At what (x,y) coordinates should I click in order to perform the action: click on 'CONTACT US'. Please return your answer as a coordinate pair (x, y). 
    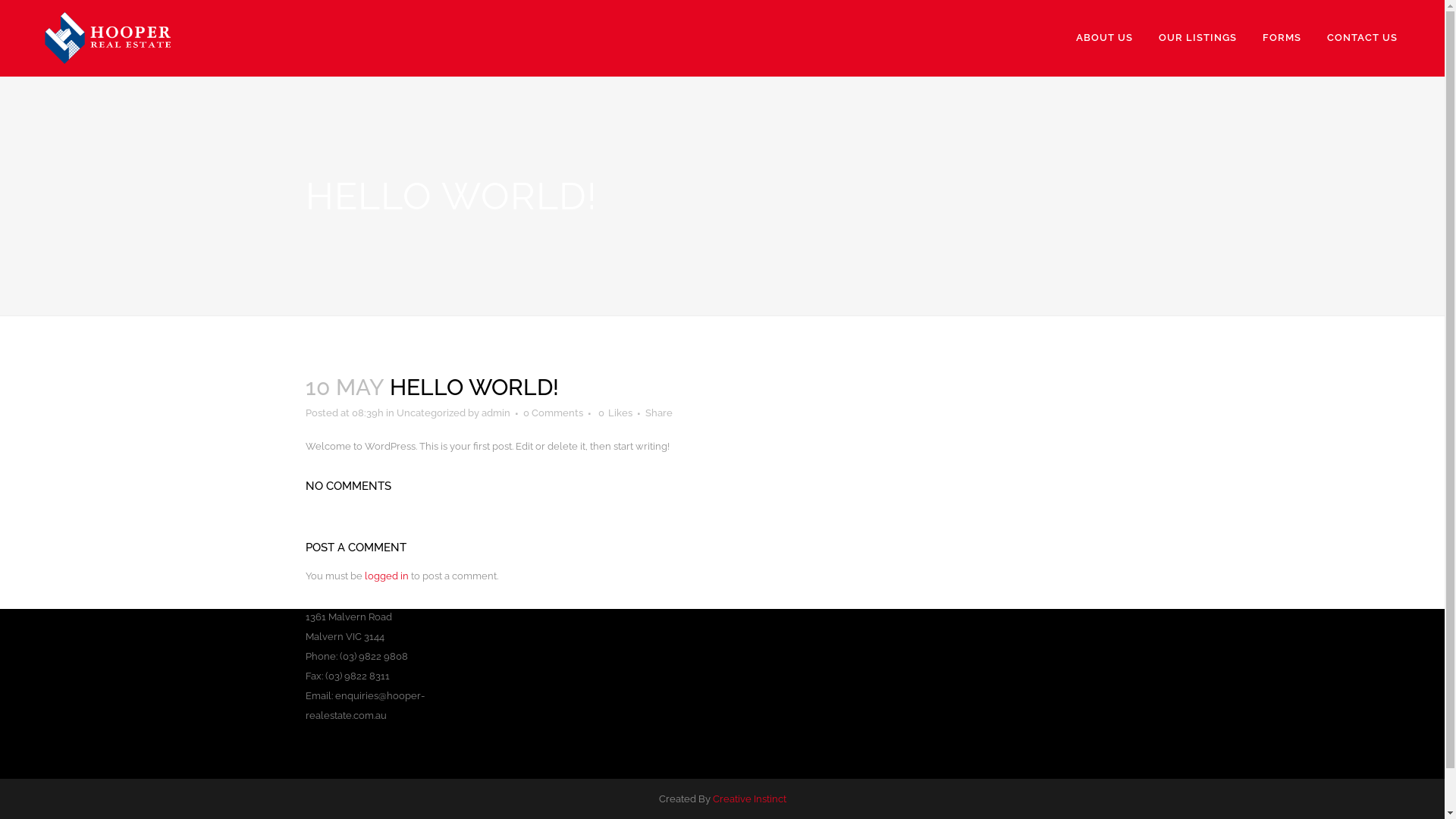
    Looking at the image, I should click on (1362, 37).